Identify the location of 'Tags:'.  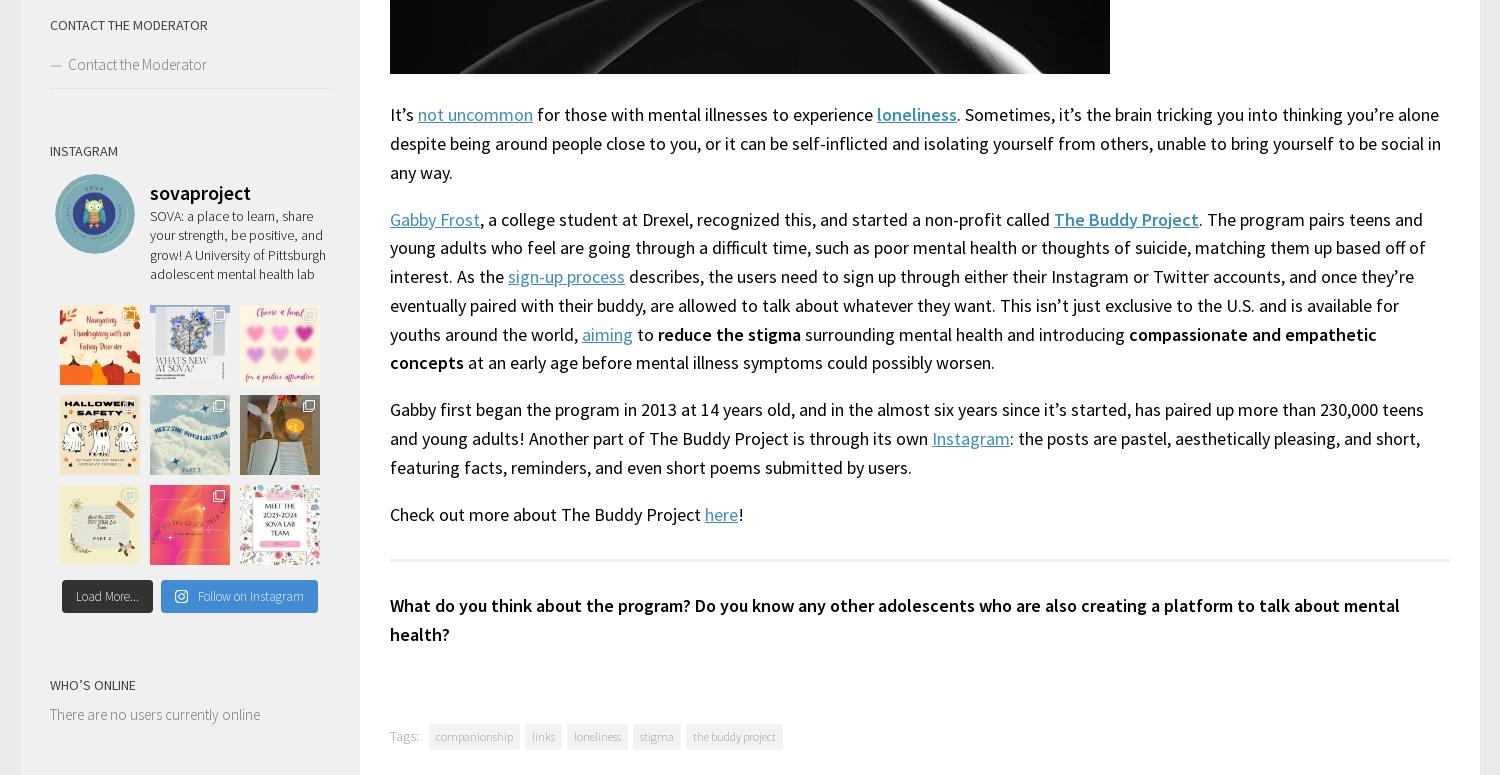
(404, 735).